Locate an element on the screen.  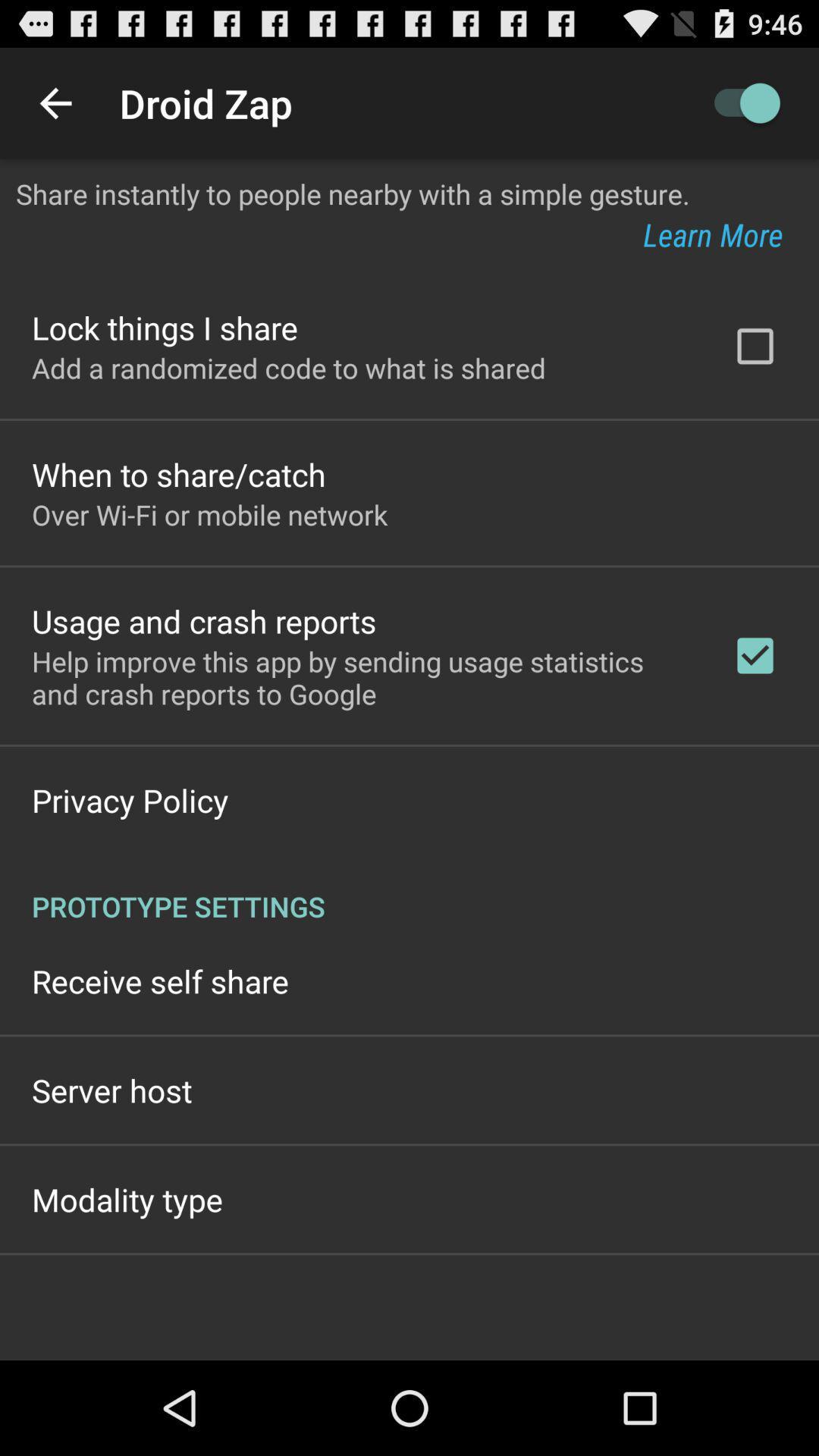
the app above usage and crash app is located at coordinates (209, 514).